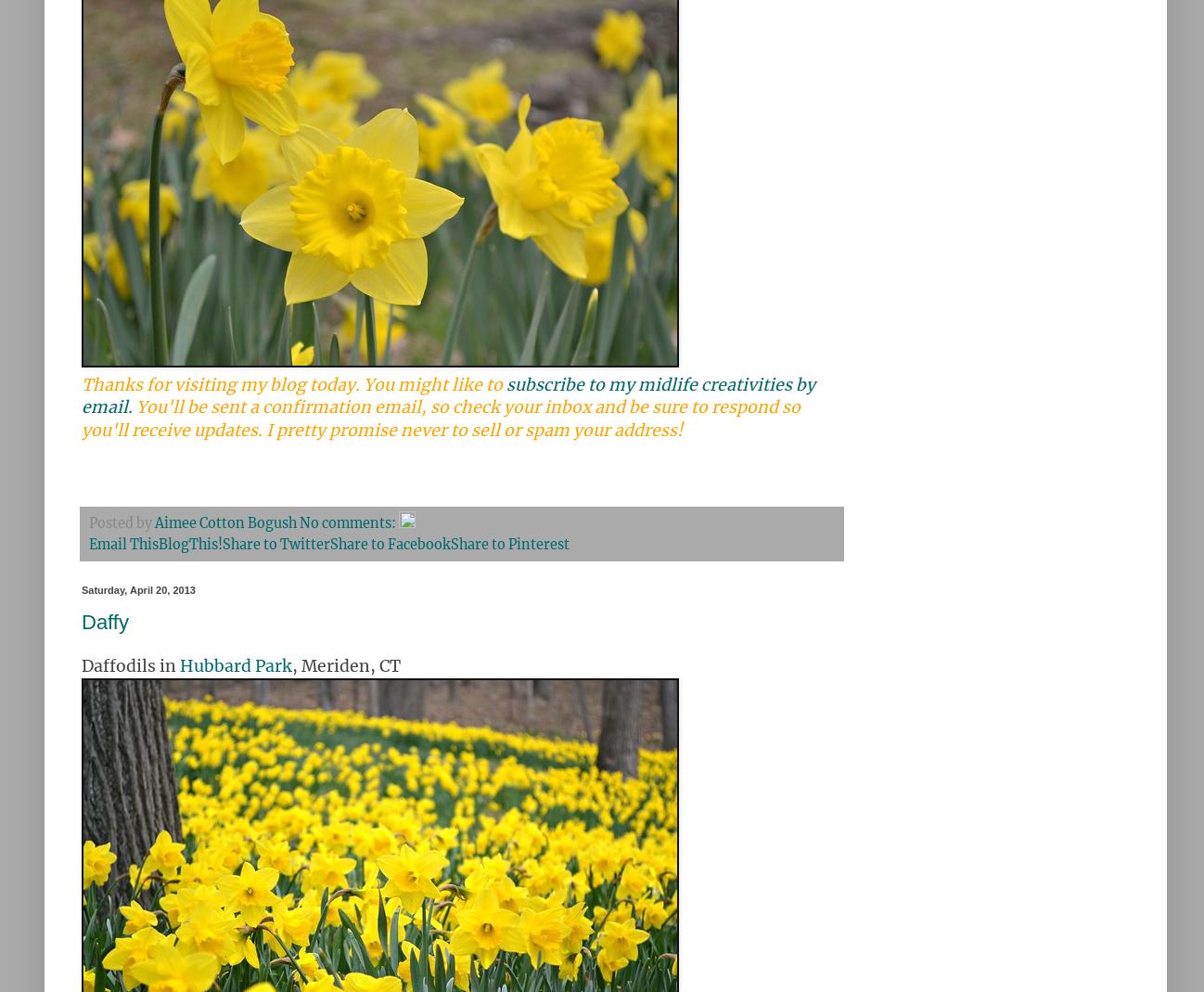  Describe the element at coordinates (389, 544) in the screenshot. I see `'Share to Facebook'` at that location.